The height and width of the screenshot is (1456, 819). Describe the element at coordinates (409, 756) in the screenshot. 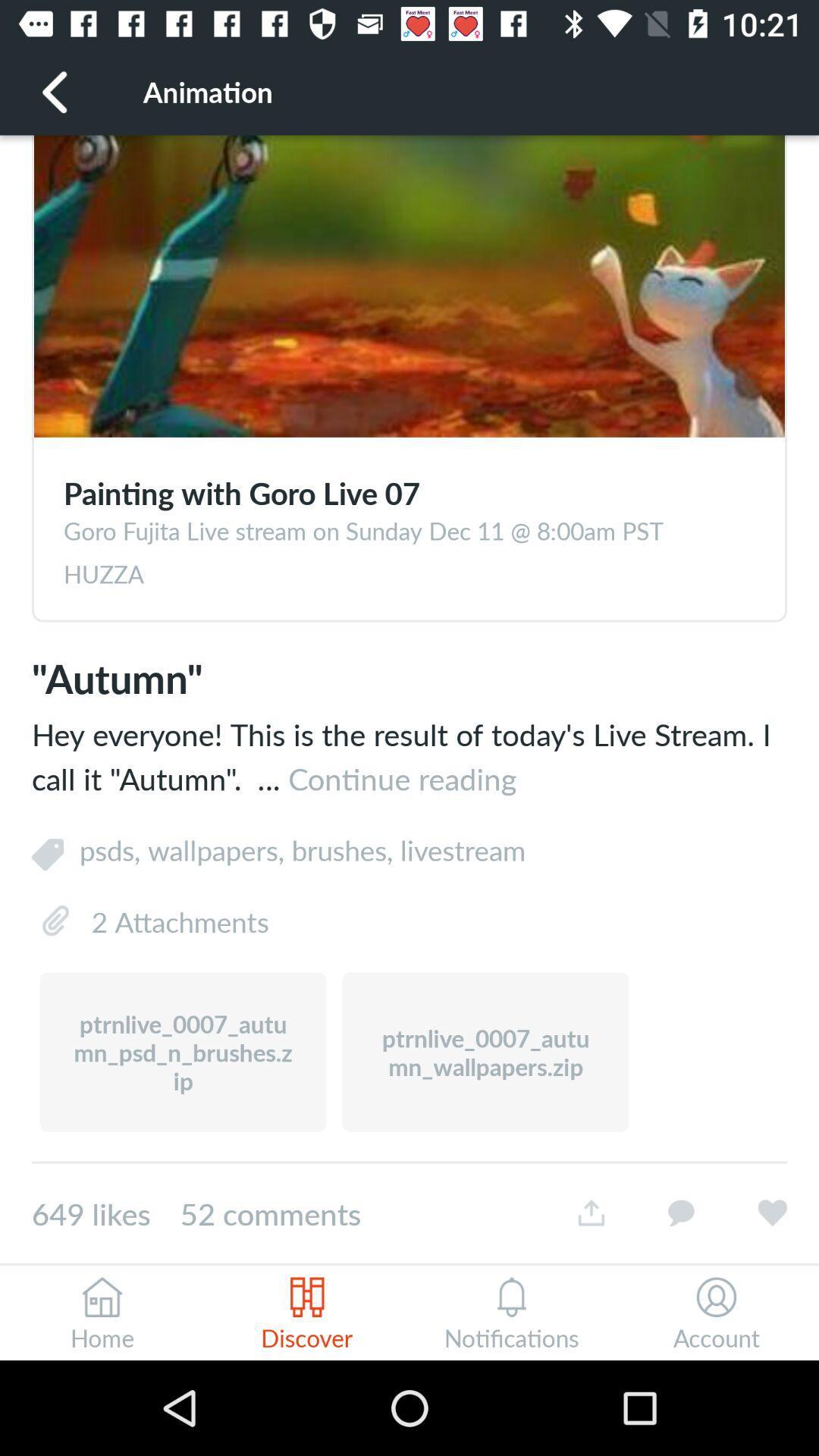

I see `item above psds wallpapers brushes item` at that location.